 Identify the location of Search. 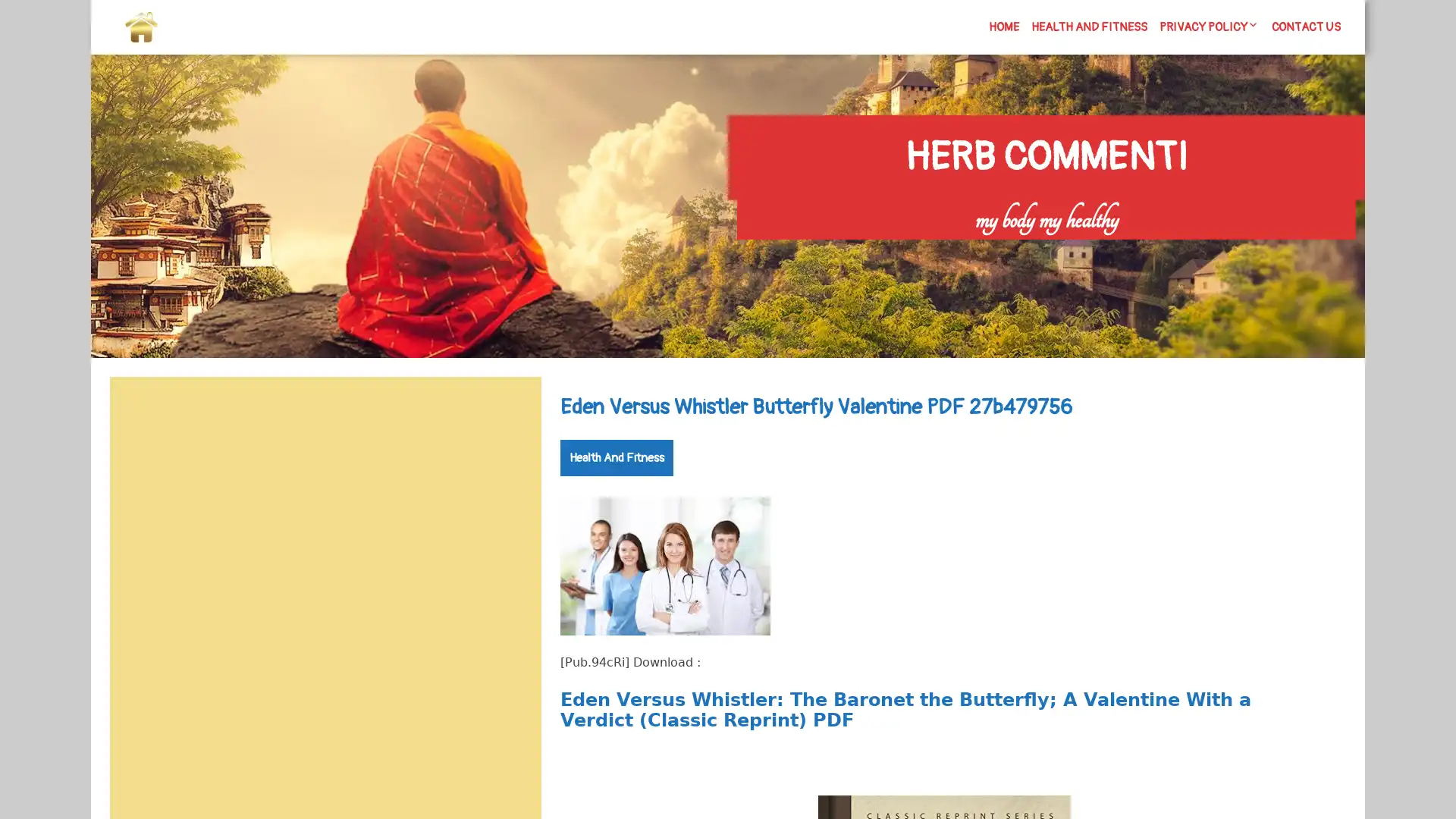
(1181, 248).